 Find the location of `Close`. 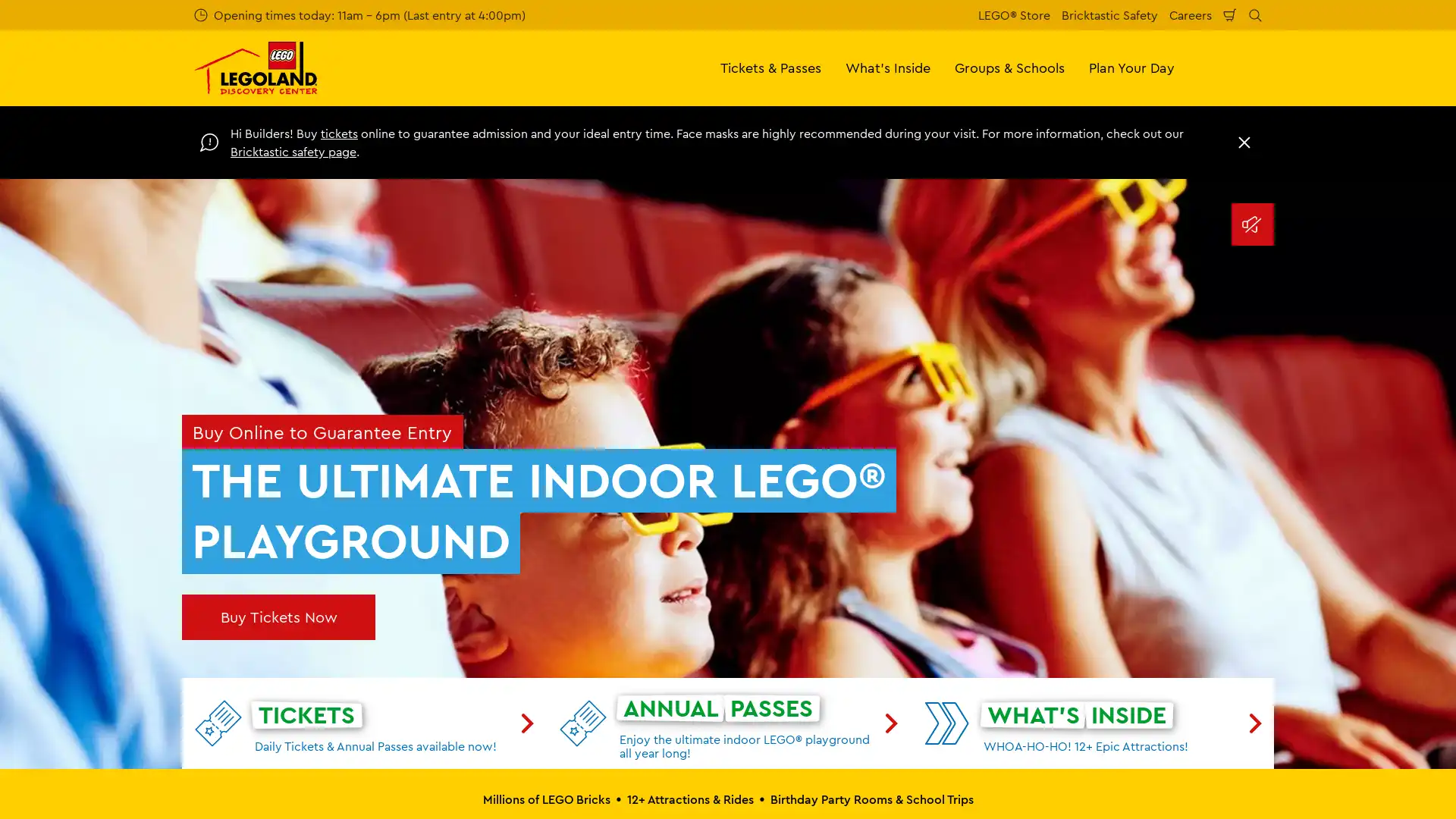

Close is located at coordinates (1244, 143).